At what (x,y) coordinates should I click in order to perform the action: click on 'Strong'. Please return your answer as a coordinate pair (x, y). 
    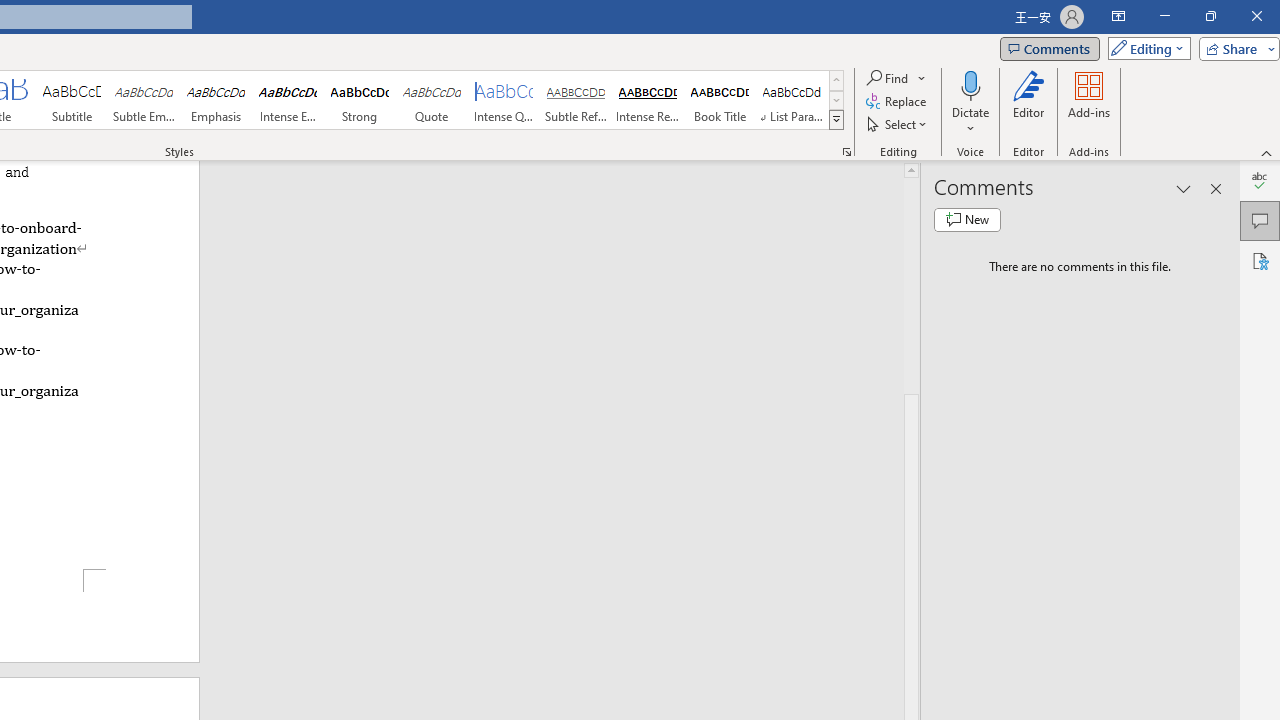
    Looking at the image, I should click on (359, 100).